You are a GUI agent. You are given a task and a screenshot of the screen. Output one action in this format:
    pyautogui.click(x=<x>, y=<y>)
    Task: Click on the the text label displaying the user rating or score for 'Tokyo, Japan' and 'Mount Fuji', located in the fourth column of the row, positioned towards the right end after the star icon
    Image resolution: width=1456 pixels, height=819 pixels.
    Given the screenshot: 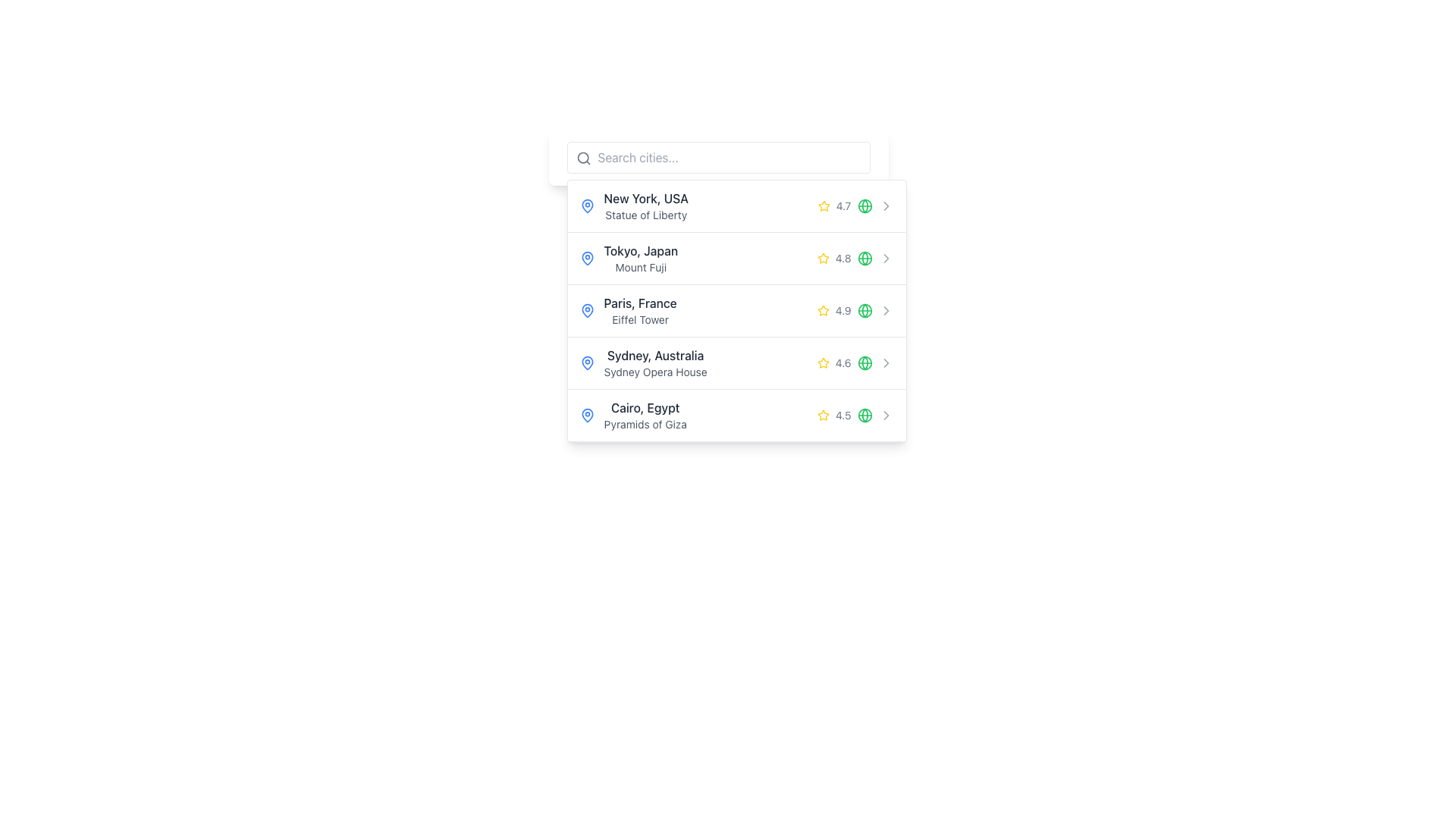 What is the action you would take?
    pyautogui.click(x=844, y=257)
    